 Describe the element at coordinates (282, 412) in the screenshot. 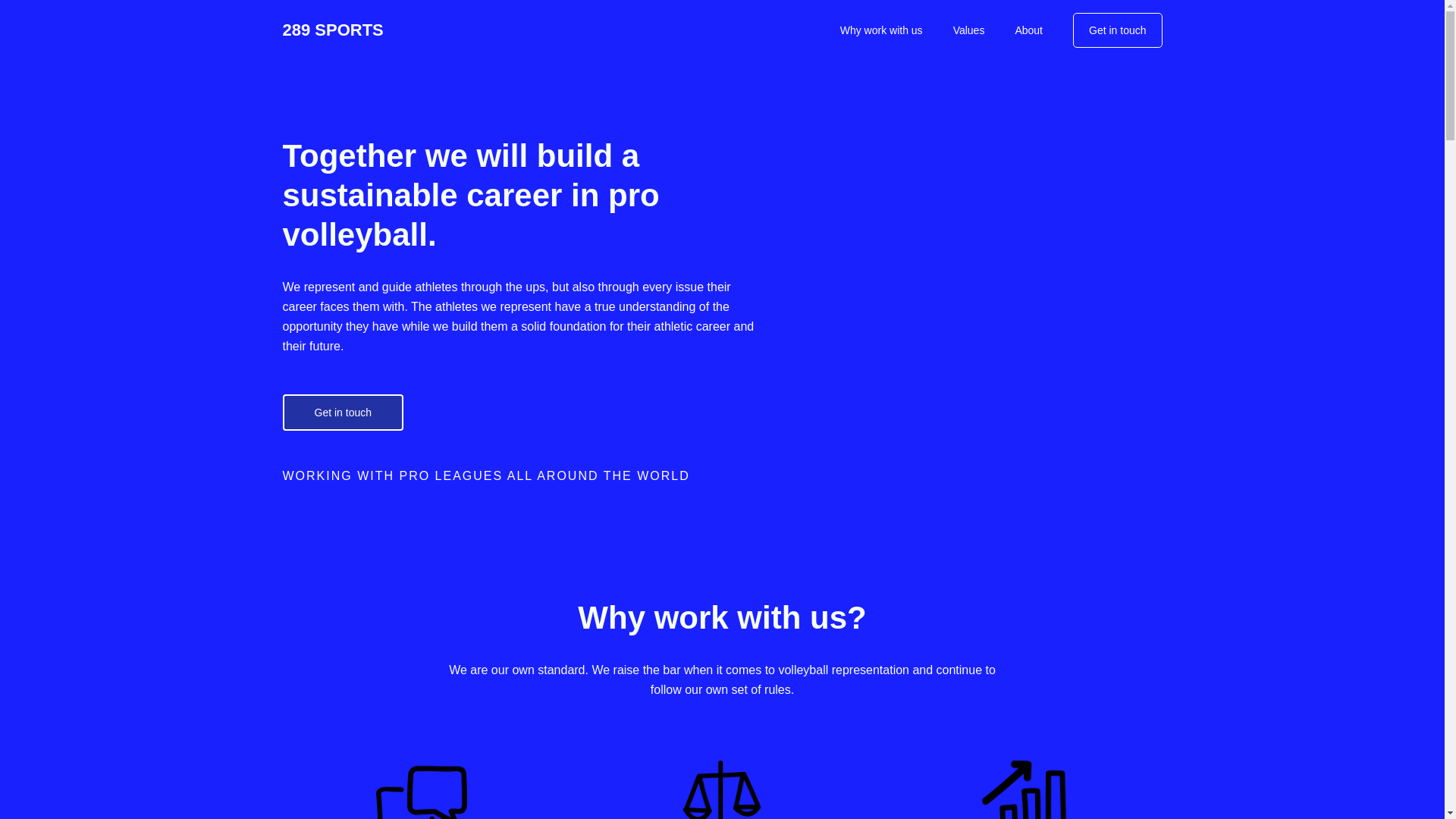

I see `'Get in touch'` at that location.